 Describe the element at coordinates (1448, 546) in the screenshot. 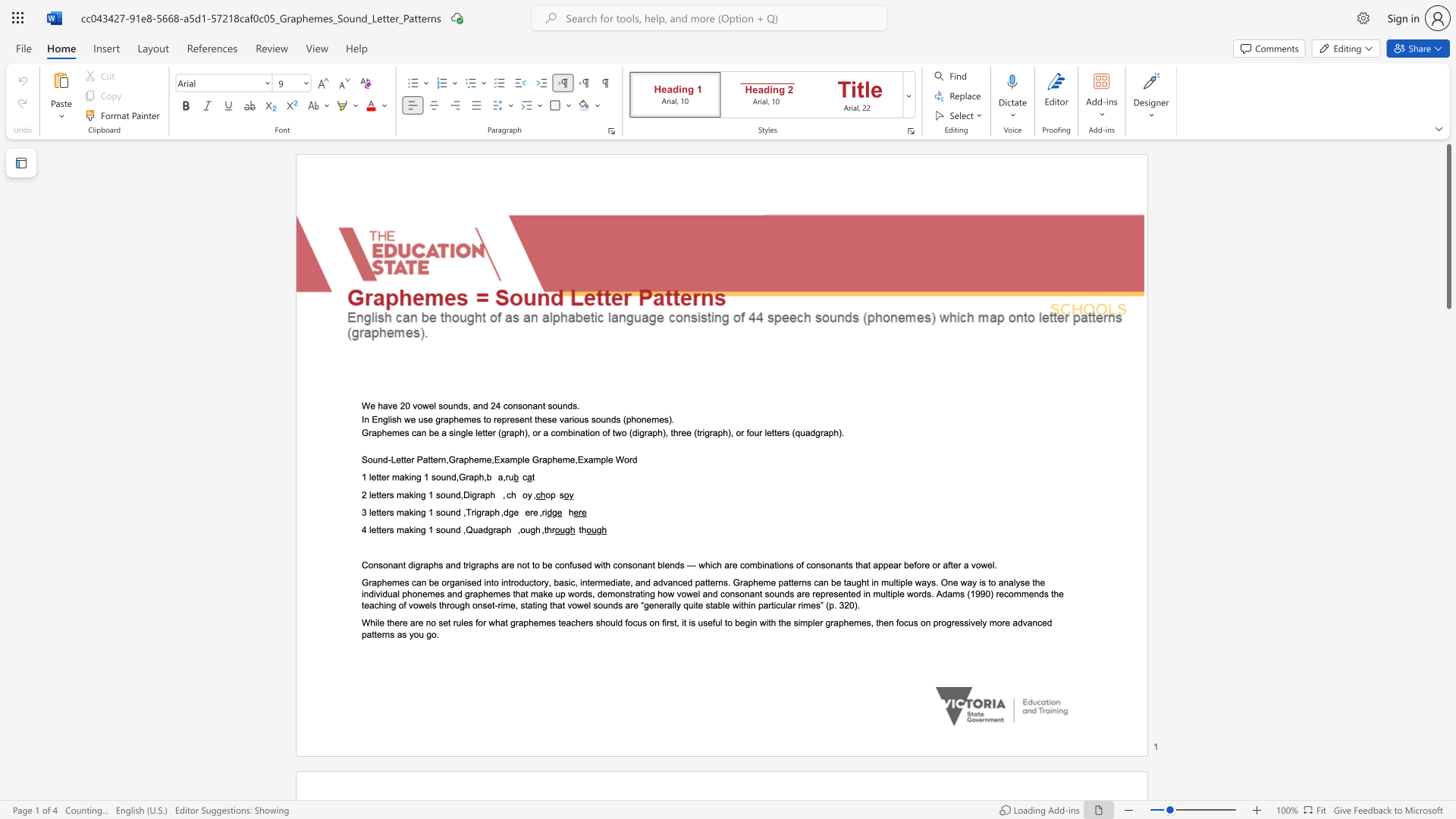

I see `the side scrollbar to bring the page down` at that location.